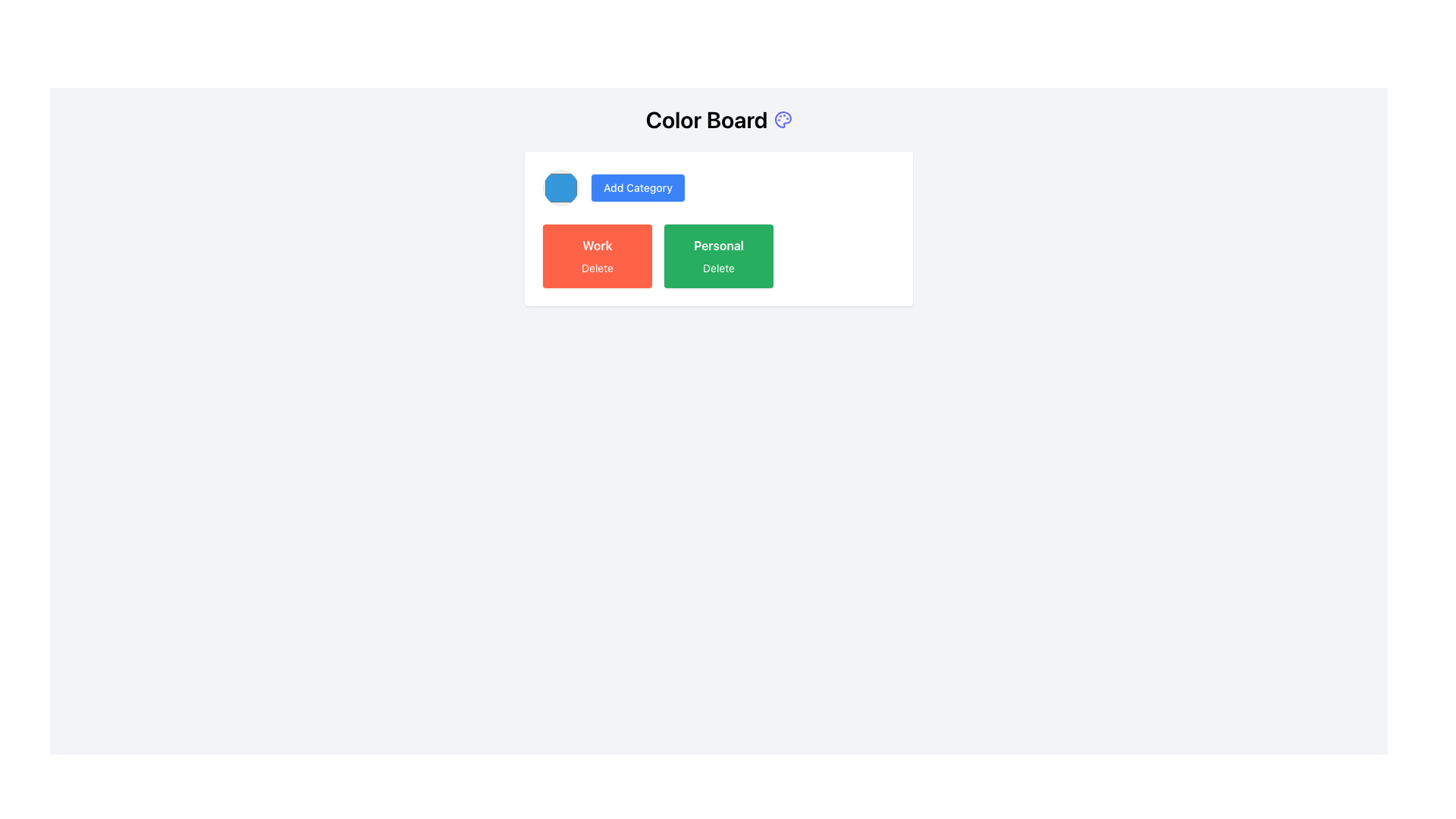 The image size is (1456, 819). Describe the element at coordinates (638, 187) in the screenshot. I see `the second button in the horizontal alignment that adds a new category, located near the top-left corner of the white panel` at that location.